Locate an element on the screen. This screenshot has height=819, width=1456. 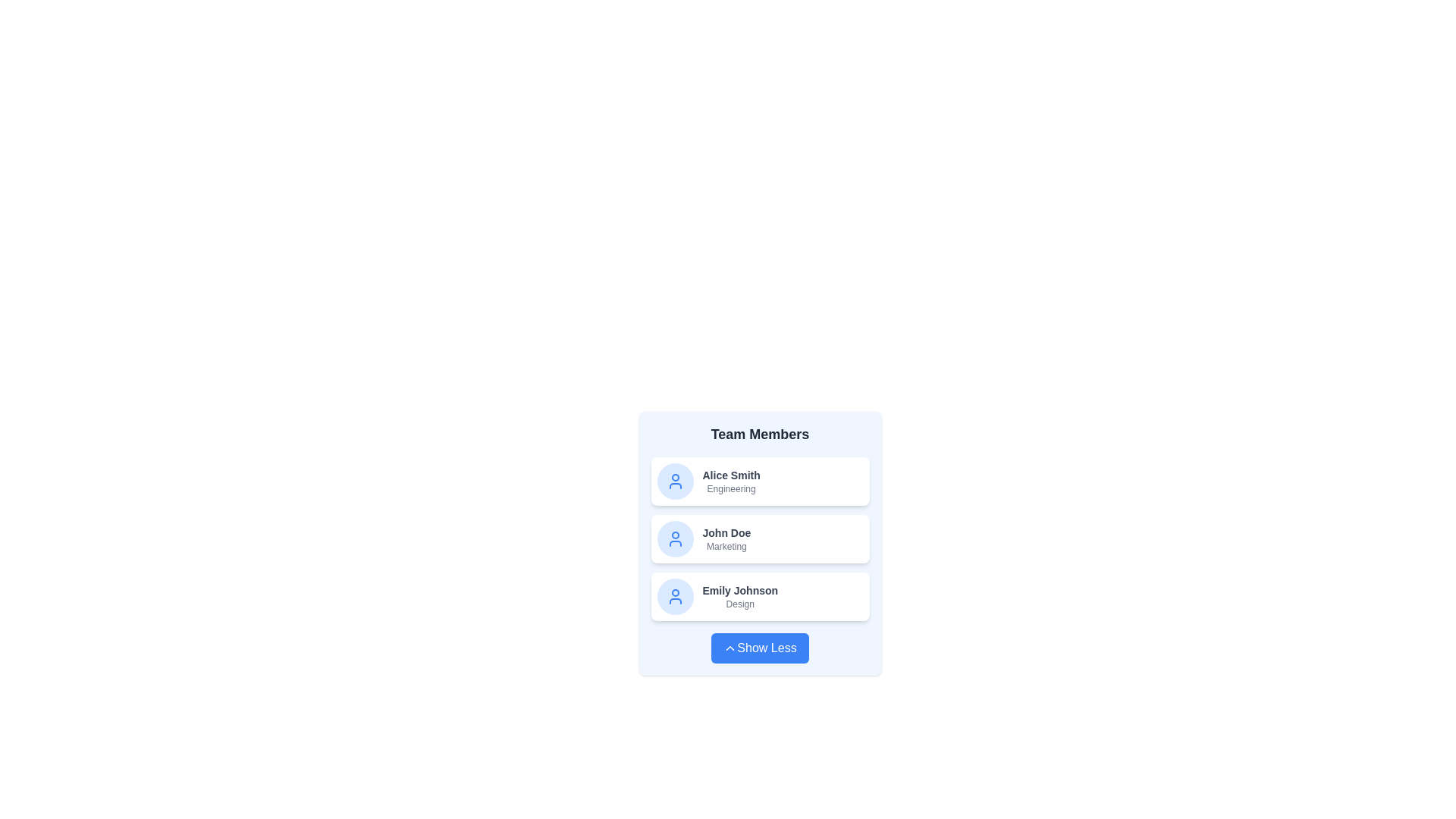
the Text Display element that shows the name and role of a team member, located in the second card of the 'Team Members' section, between 'Alice Smith' and 'Emily Johnson' is located at coordinates (726, 538).